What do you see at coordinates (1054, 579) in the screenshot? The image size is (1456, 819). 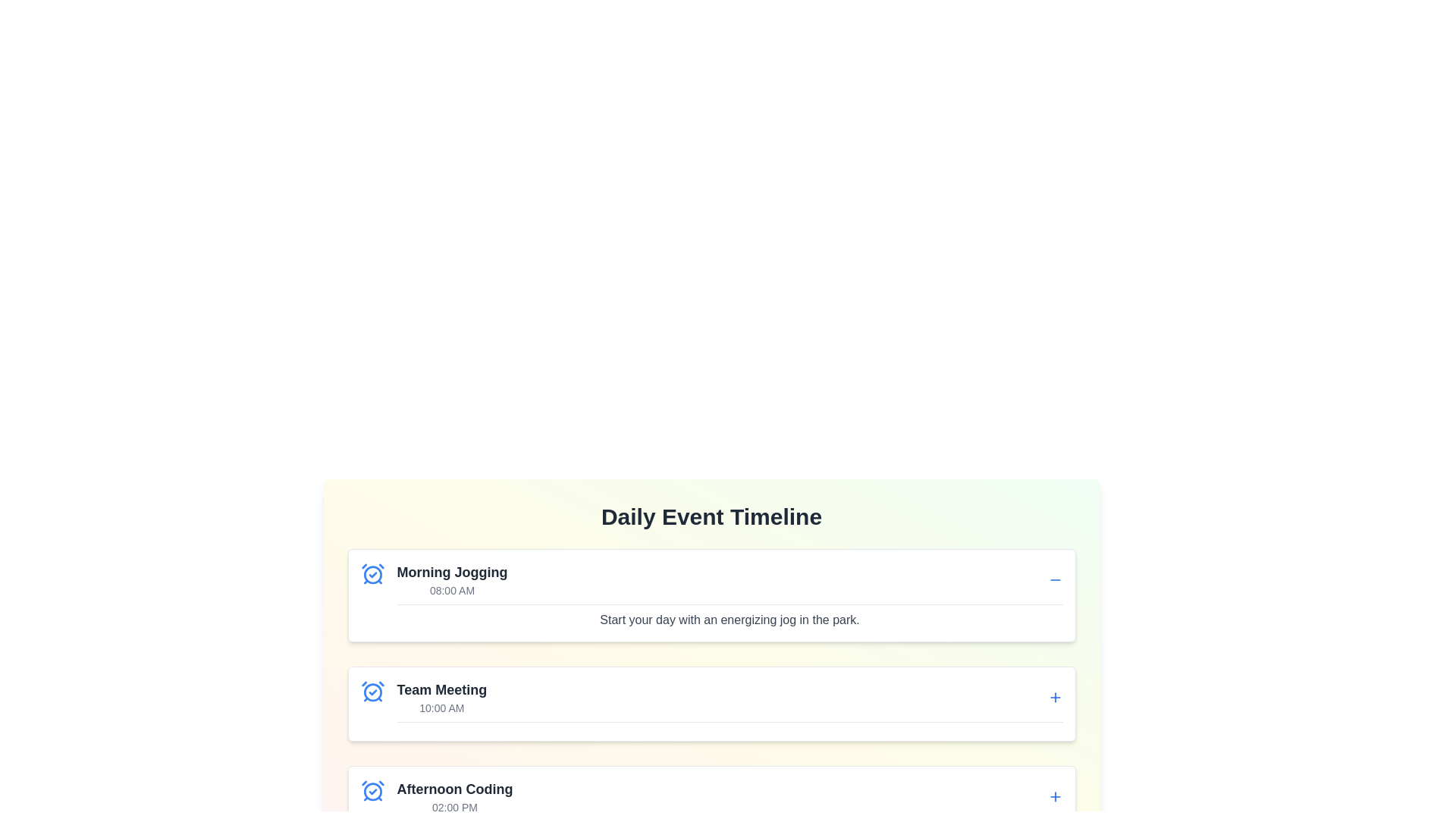 I see `the minus icon located in the top-right corner of the 'Morning Jogging' card` at bounding box center [1054, 579].